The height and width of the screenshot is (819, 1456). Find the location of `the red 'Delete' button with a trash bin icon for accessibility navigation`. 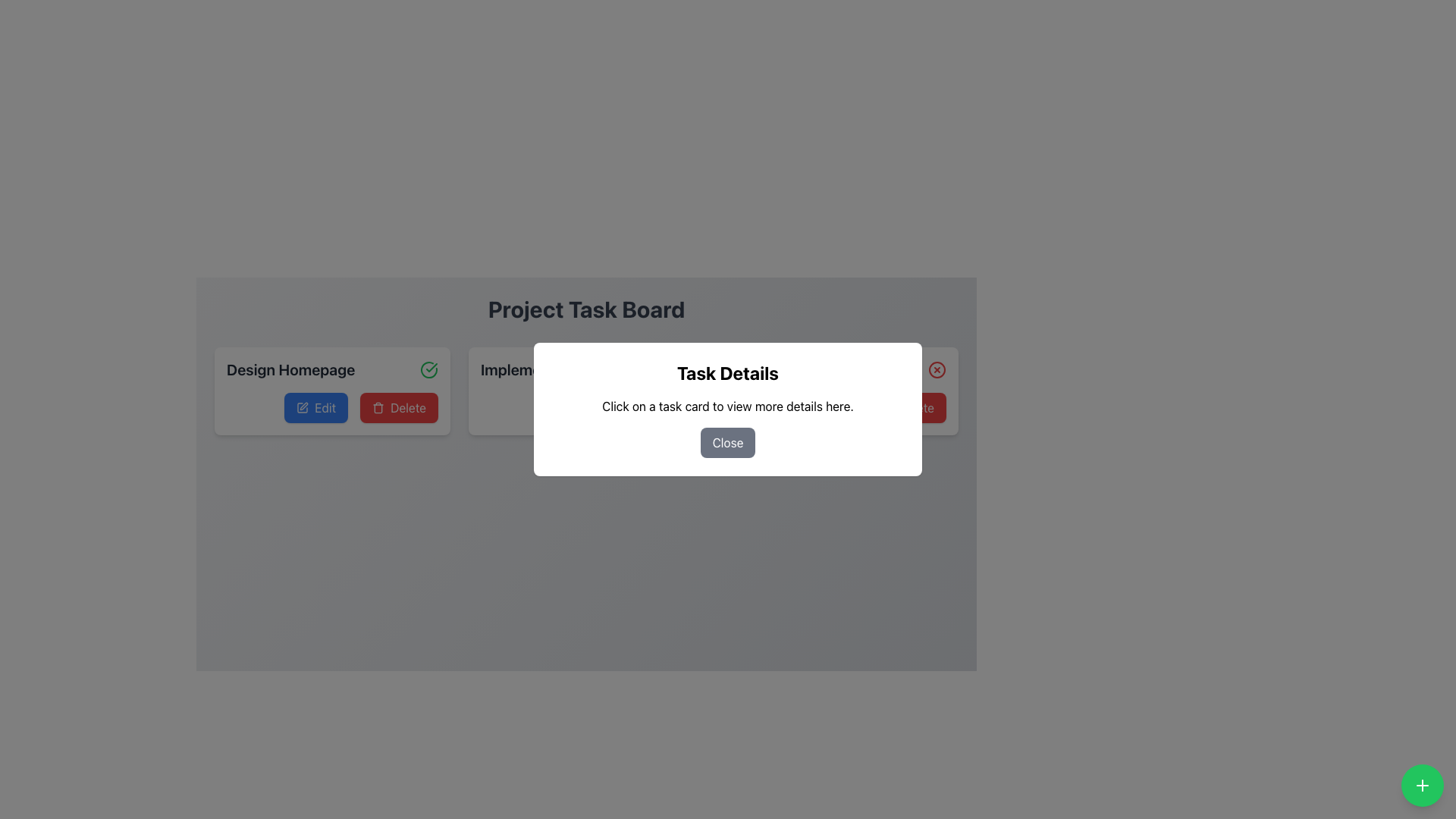

the red 'Delete' button with a trash bin icon for accessibility navigation is located at coordinates (399, 406).